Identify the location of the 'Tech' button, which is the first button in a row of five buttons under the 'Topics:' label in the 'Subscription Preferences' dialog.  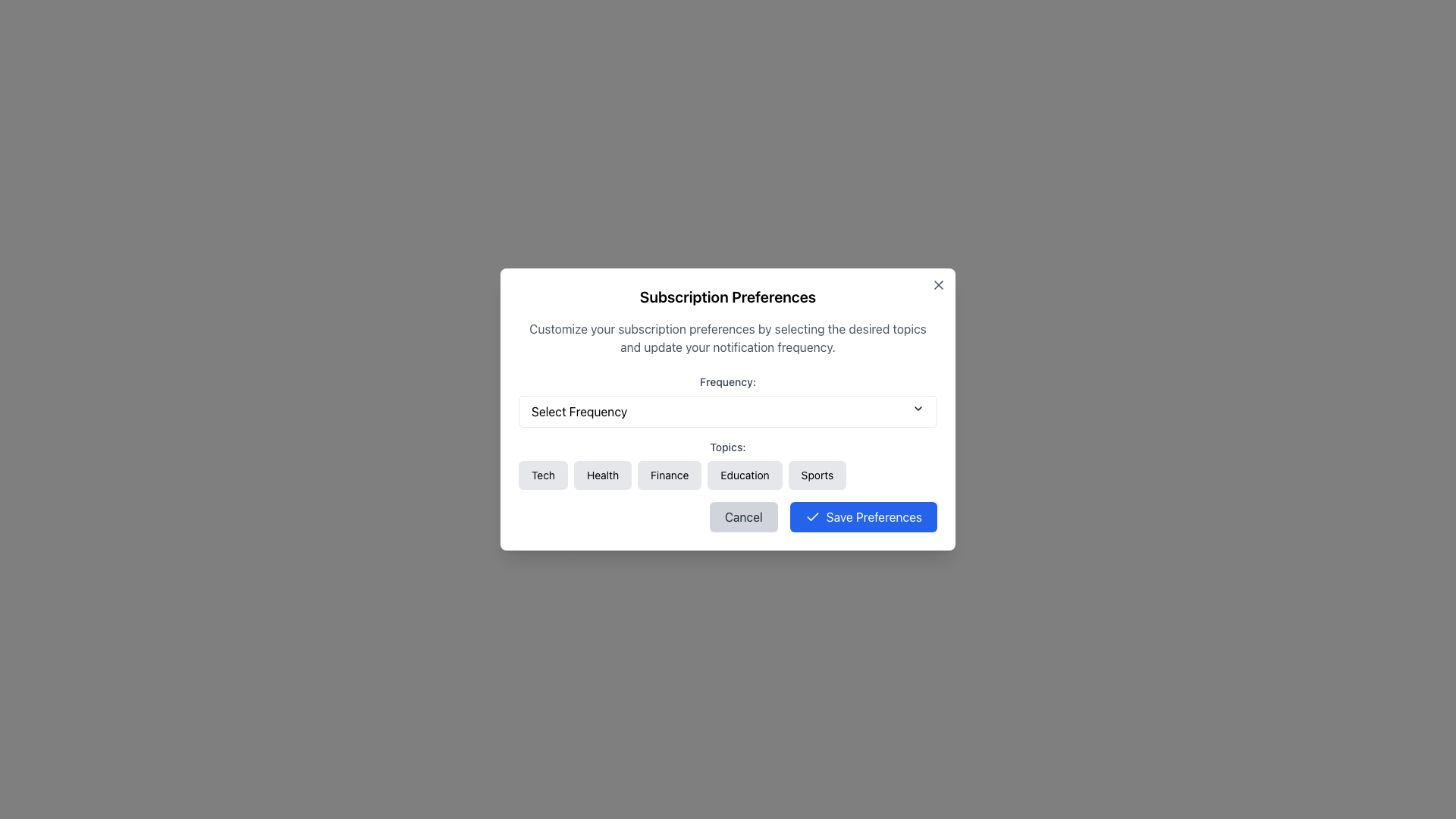
(543, 475).